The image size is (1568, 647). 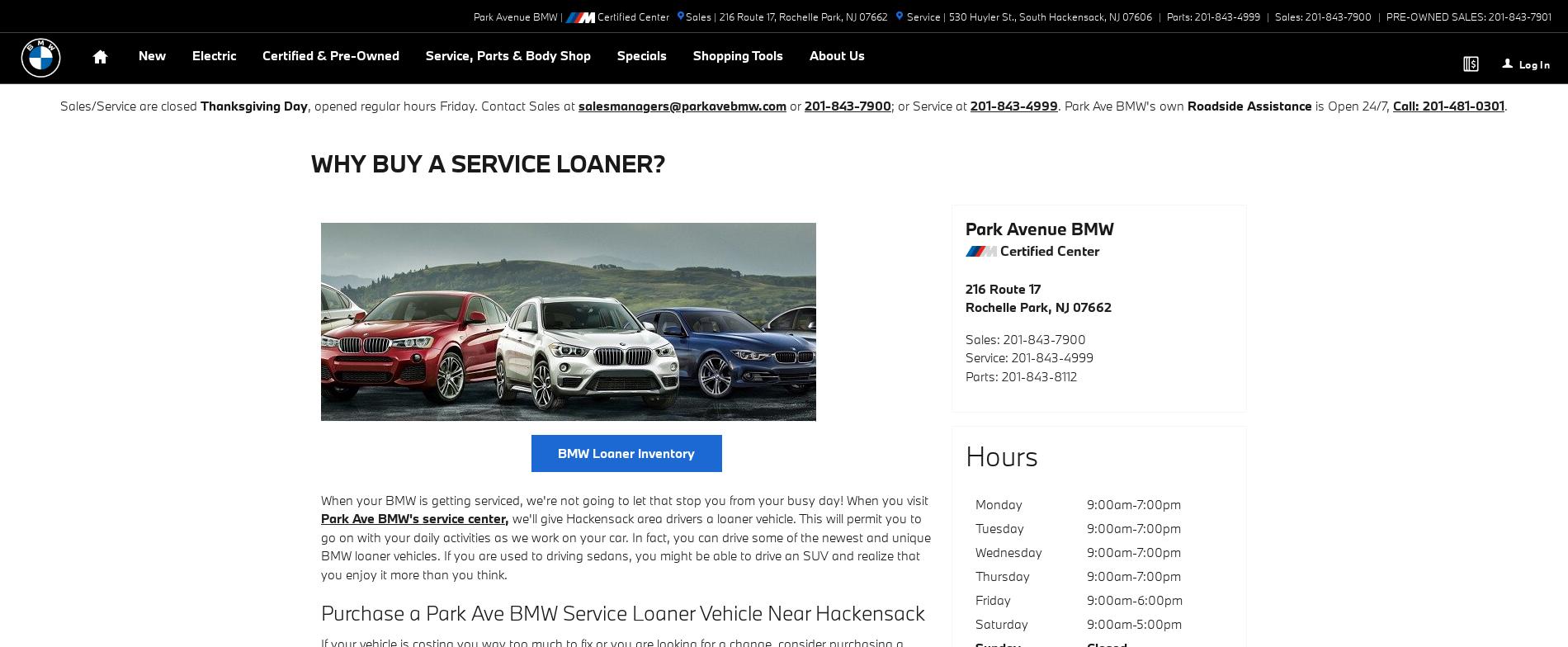 What do you see at coordinates (810, 16) in the screenshot?
I see `'Rochelle Park'` at bounding box center [810, 16].